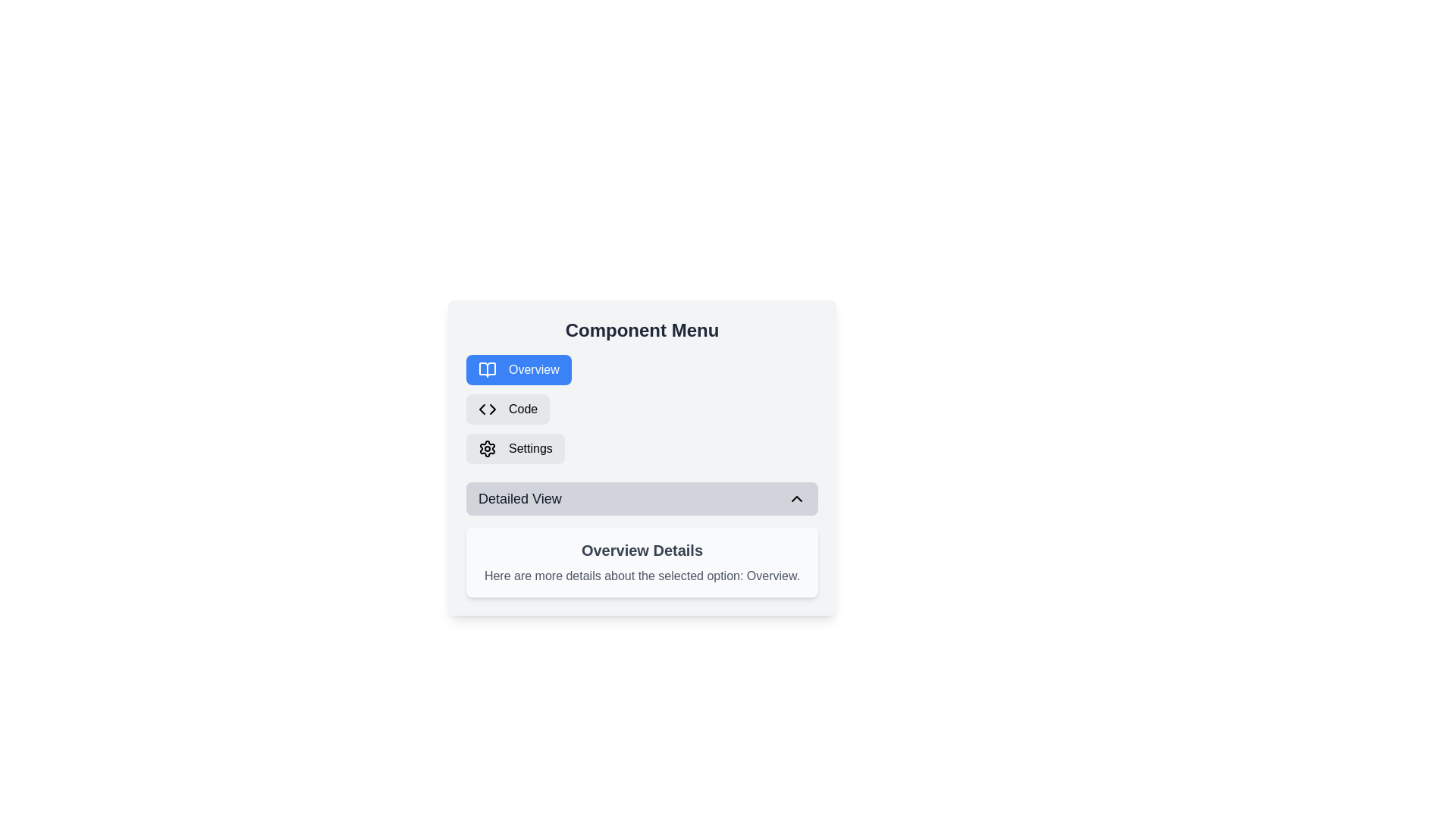 The width and height of the screenshot is (1456, 819). Describe the element at coordinates (523, 409) in the screenshot. I see `the text label reading 'Code' in the menu options` at that location.